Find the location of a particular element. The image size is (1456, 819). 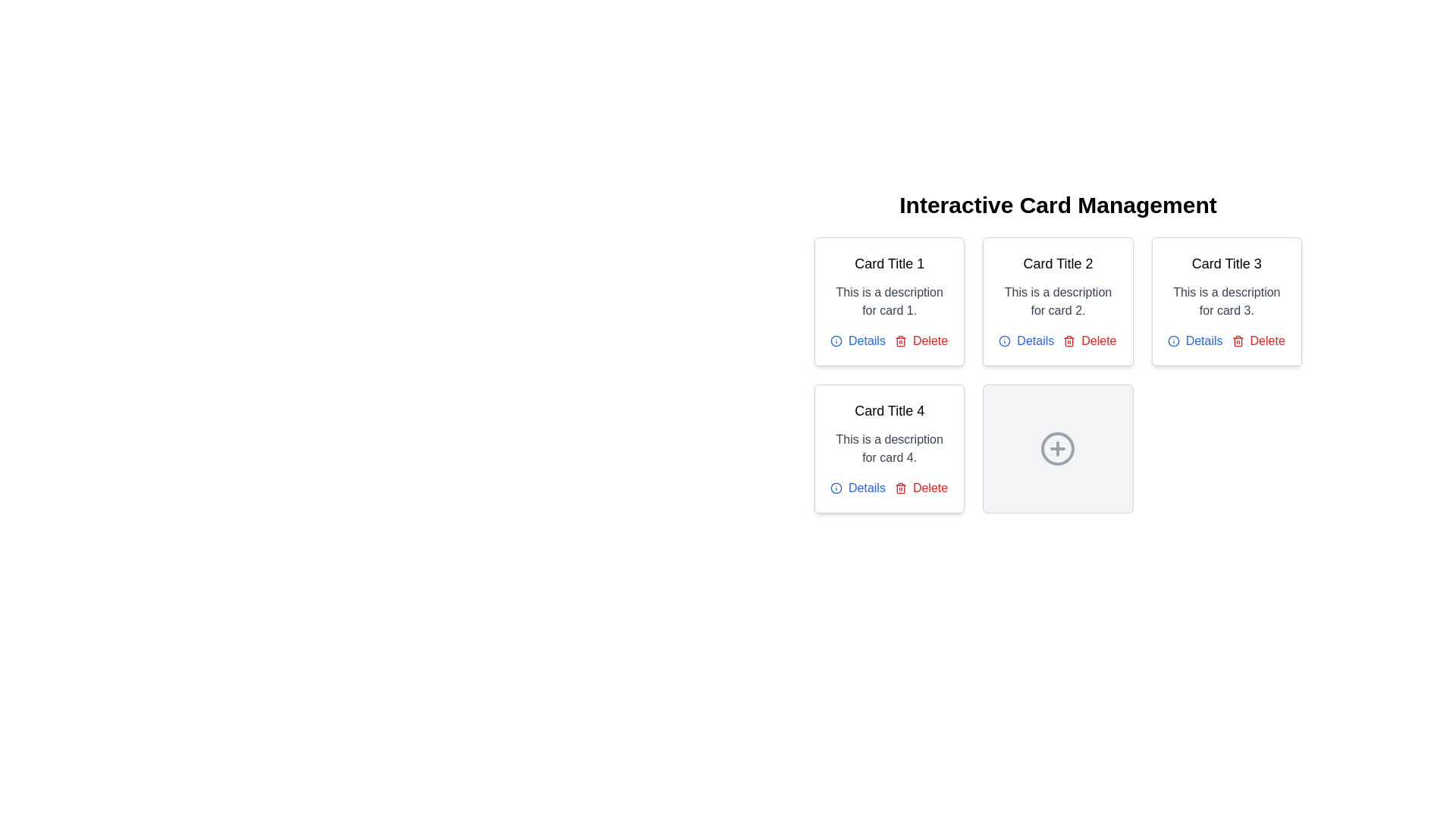

the red 'Delete' button located beside the trash can icon within the card titled 'Card Title 4' is located at coordinates (920, 488).